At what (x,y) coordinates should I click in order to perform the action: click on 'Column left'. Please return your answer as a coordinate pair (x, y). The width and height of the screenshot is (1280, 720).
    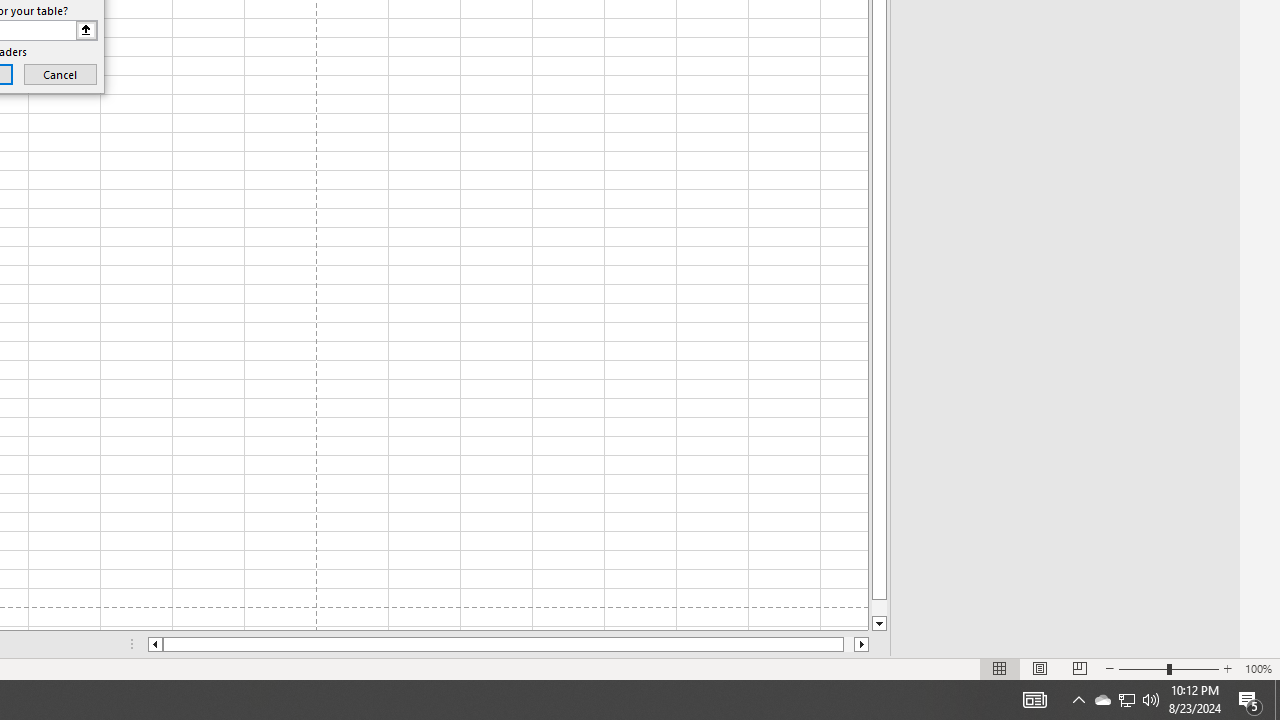
    Looking at the image, I should click on (153, 644).